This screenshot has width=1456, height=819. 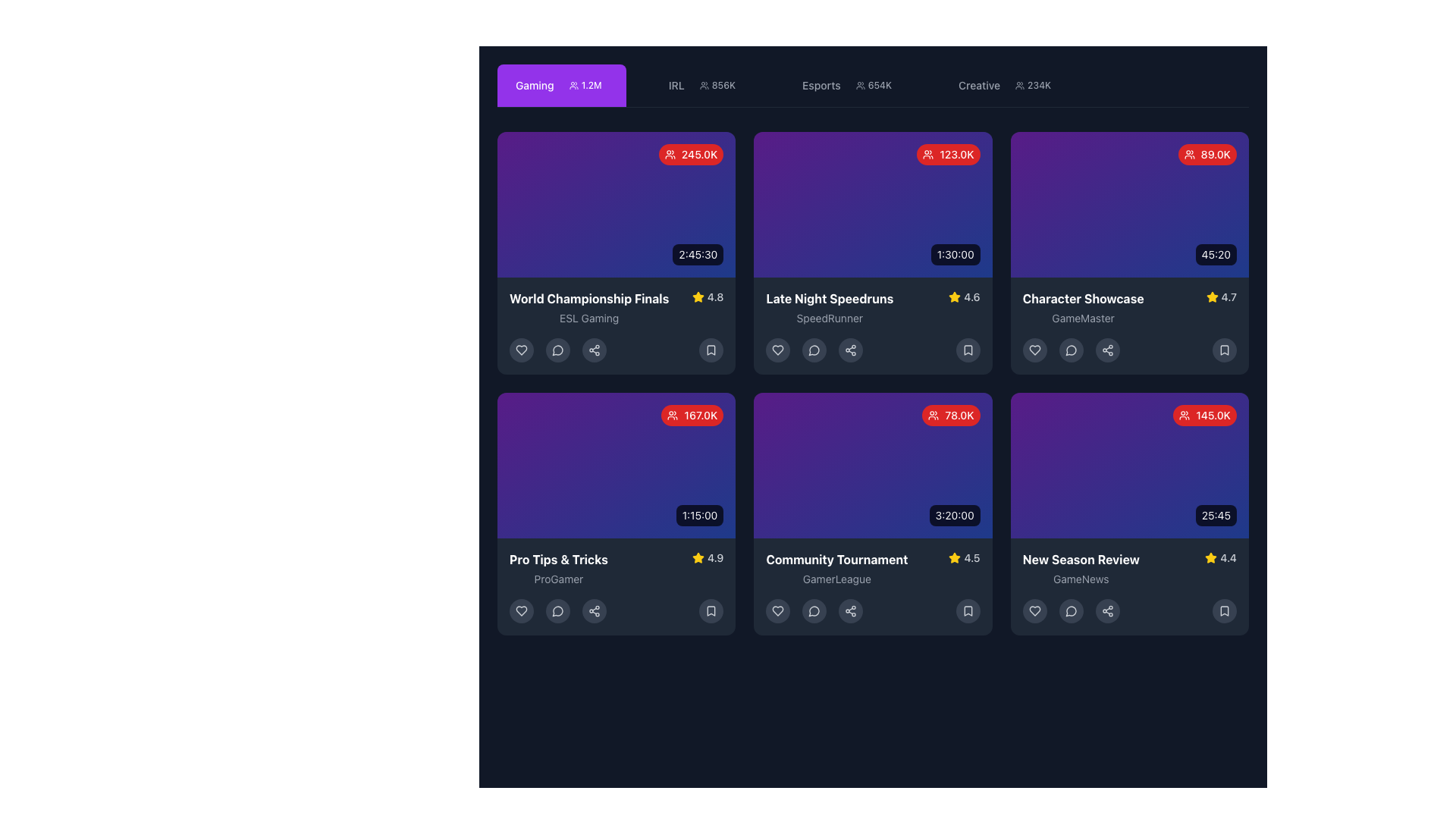 What do you see at coordinates (933, 415) in the screenshot?
I see `the icon resembling three user avatars, which is white on a red circular background, located to the left of the '78.0K' text in the top-right corner of the 'Community Tournament' card` at bounding box center [933, 415].